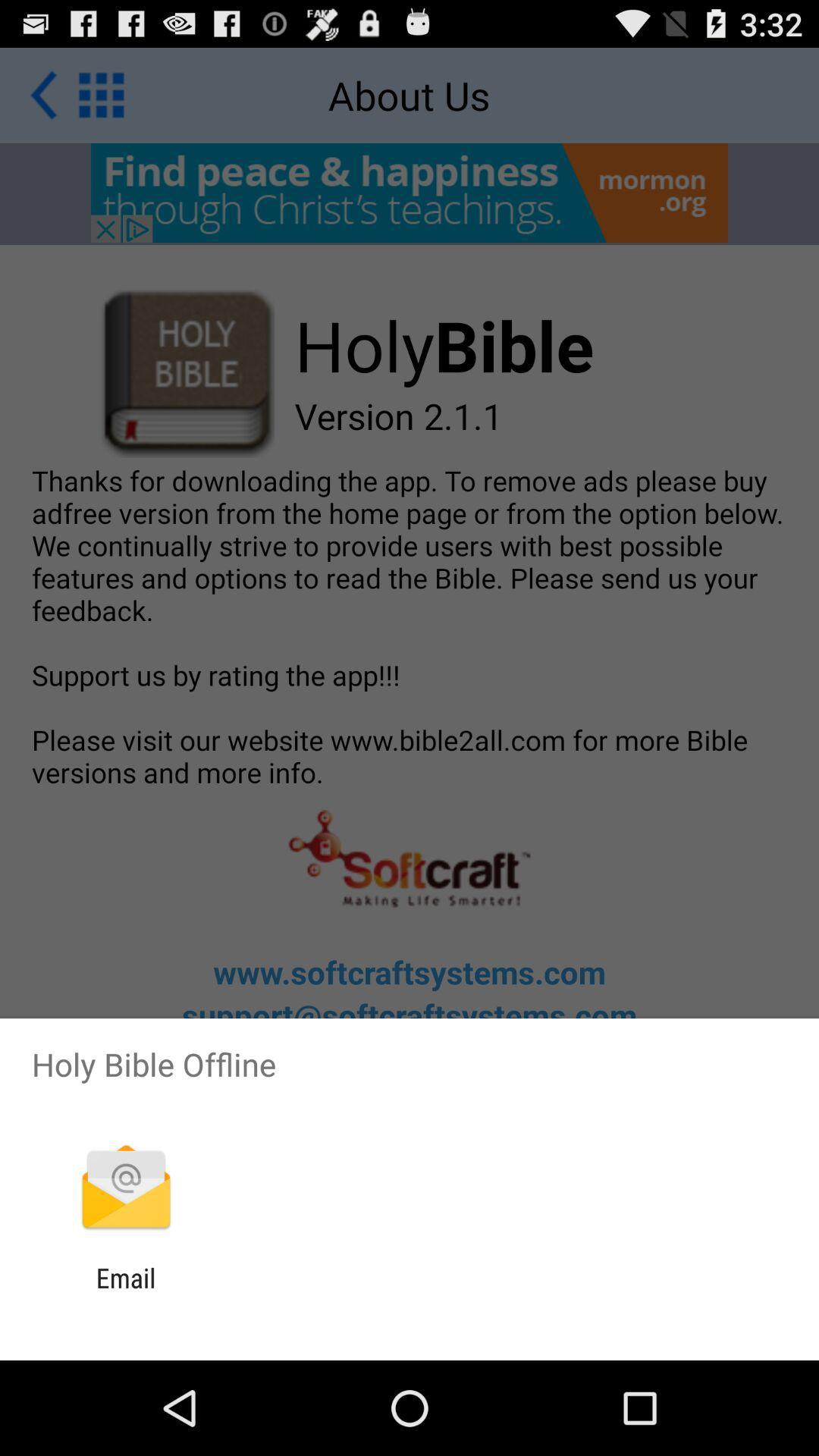 The height and width of the screenshot is (1456, 819). What do you see at coordinates (125, 1293) in the screenshot?
I see `the email icon` at bounding box center [125, 1293].